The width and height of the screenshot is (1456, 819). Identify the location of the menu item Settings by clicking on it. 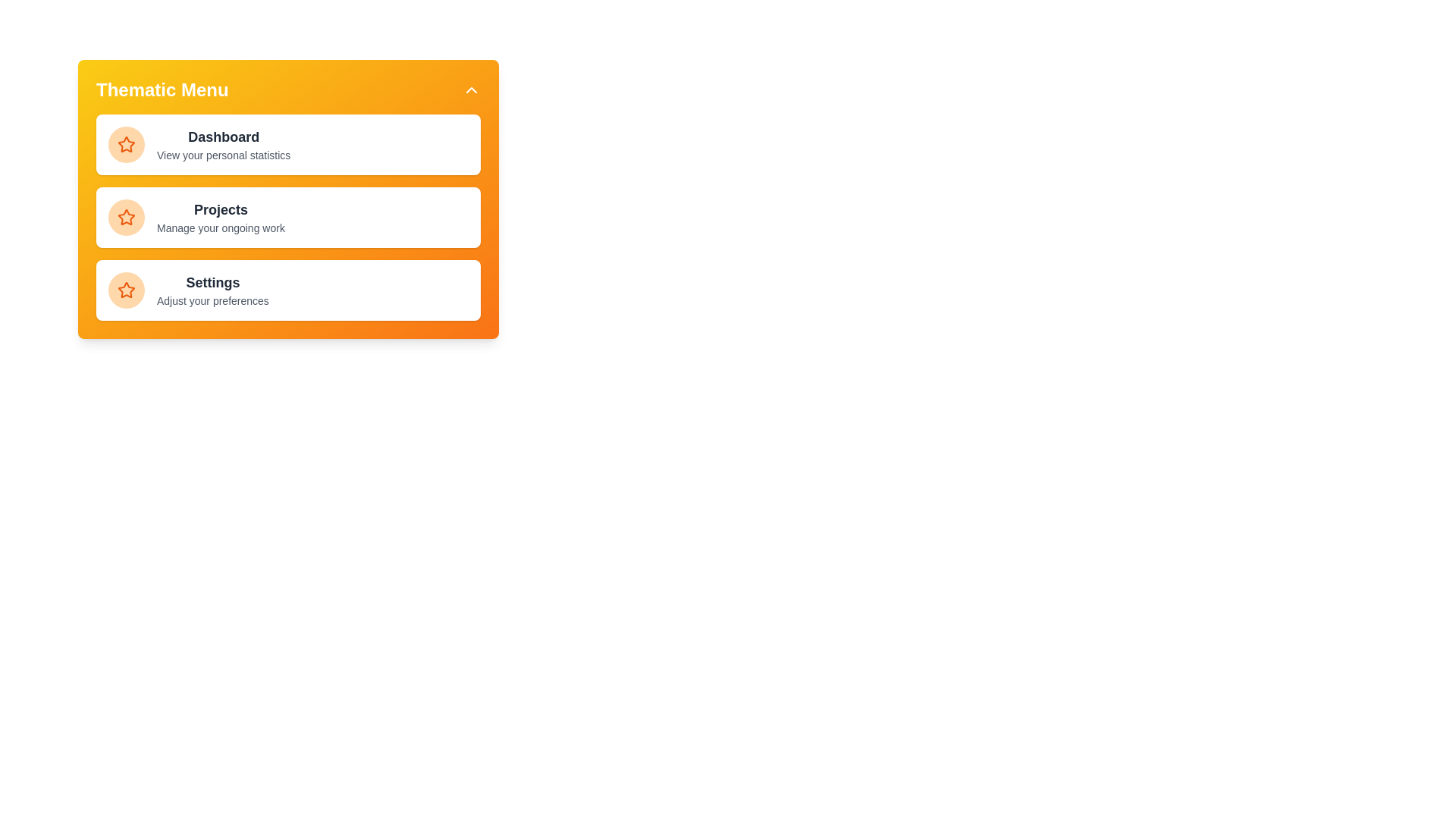
(288, 290).